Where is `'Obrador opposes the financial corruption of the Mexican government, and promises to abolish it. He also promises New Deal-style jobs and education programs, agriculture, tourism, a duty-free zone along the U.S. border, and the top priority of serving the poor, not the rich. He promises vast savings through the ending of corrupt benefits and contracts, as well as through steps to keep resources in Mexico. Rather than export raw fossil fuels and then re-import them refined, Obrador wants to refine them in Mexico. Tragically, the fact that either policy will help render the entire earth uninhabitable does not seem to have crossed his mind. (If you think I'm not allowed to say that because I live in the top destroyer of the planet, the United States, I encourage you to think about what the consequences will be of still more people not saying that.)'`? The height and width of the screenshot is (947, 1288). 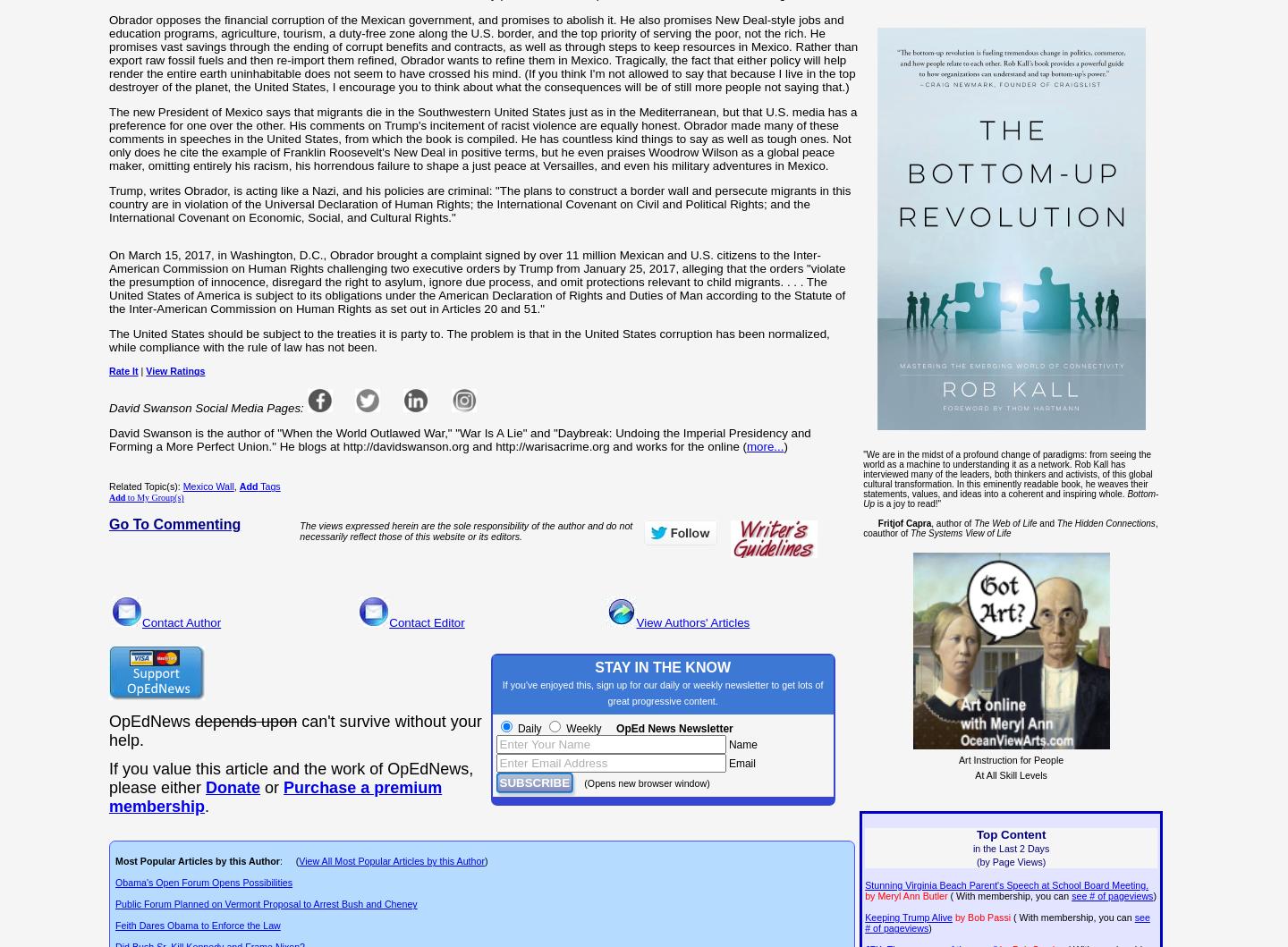
'Obrador opposes the financial corruption of the Mexican government, and promises to abolish it. He also promises New Deal-style jobs and education programs, agriculture, tourism, a duty-free zone along the U.S. border, and the top priority of serving the poor, not the rich. He promises vast savings through the ending of corrupt benefits and contracts, as well as through steps to keep resources in Mexico. Rather than export raw fossil fuels and then re-import them refined, Obrador wants to refine them in Mexico. Tragically, the fact that either policy will help render the entire earth uninhabitable does not seem to have crossed his mind. (If you think I'm not allowed to say that because I live in the top destroyer of the planet, the United States, I encourage you to think about what the consequences will be of still more people not saying that.)' is located at coordinates (482, 52).